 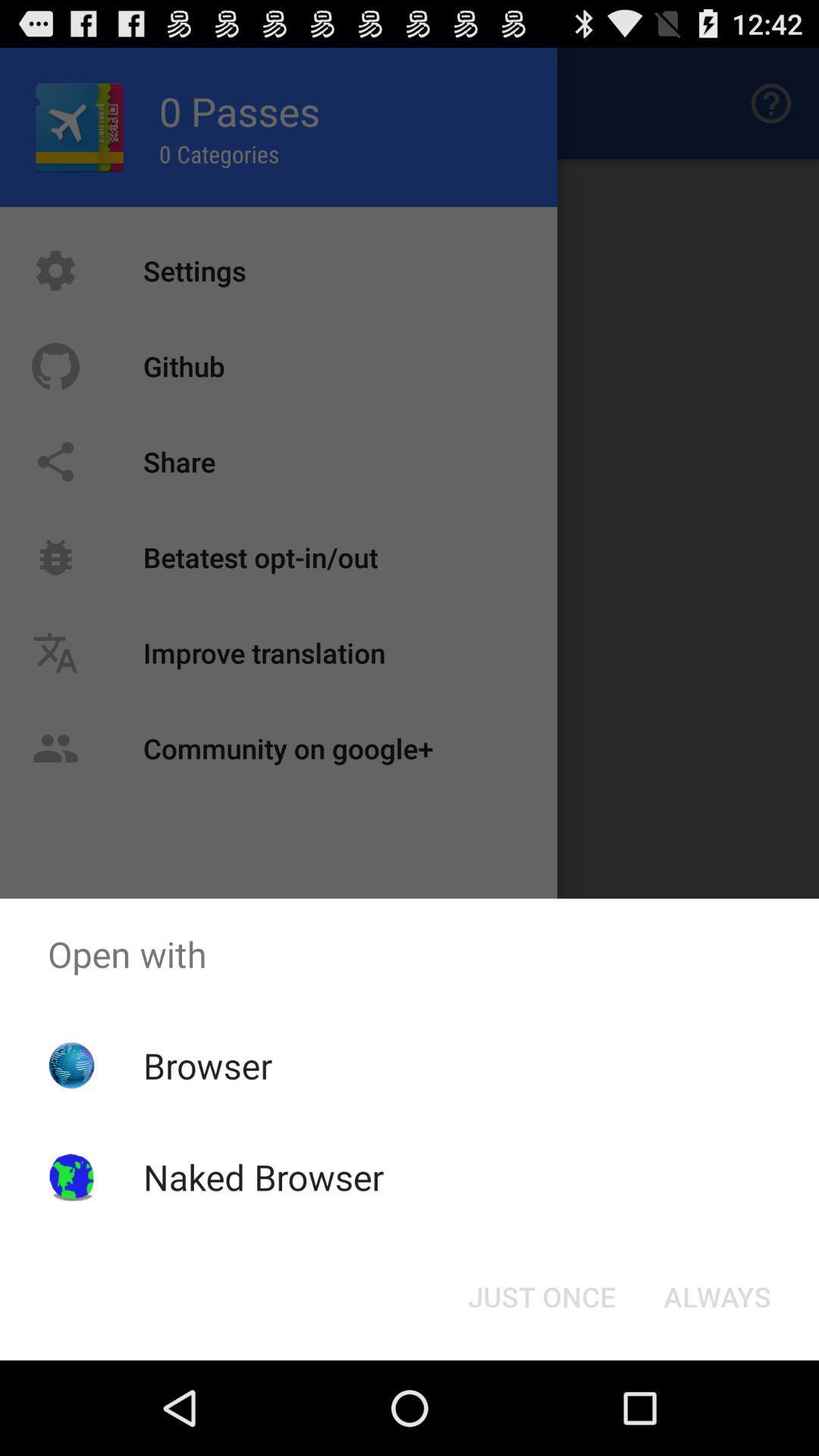 I want to click on the icon to the left of always icon, so click(x=541, y=1295).